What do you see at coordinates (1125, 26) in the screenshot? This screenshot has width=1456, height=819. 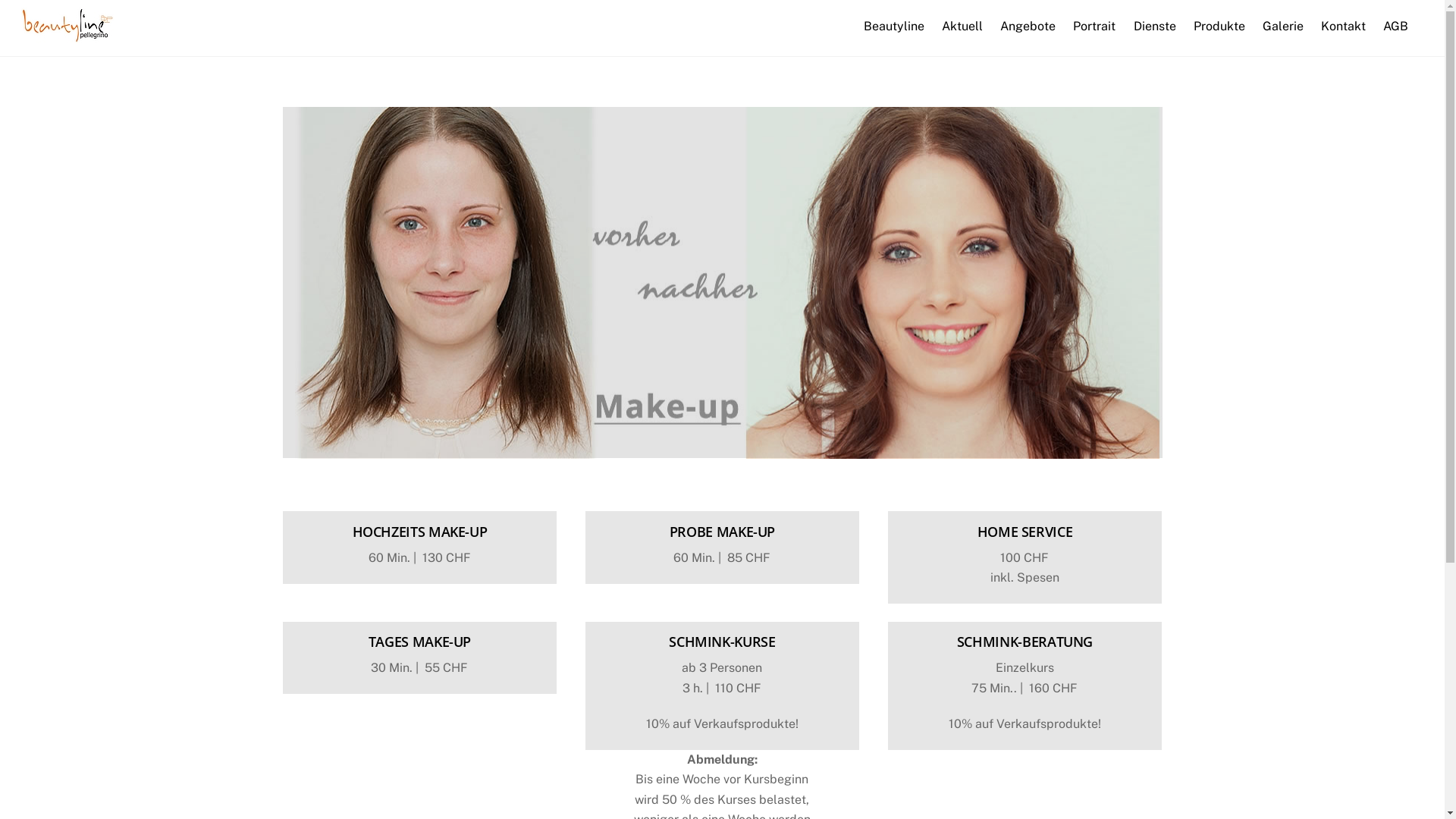 I see `'Dienste'` at bounding box center [1125, 26].